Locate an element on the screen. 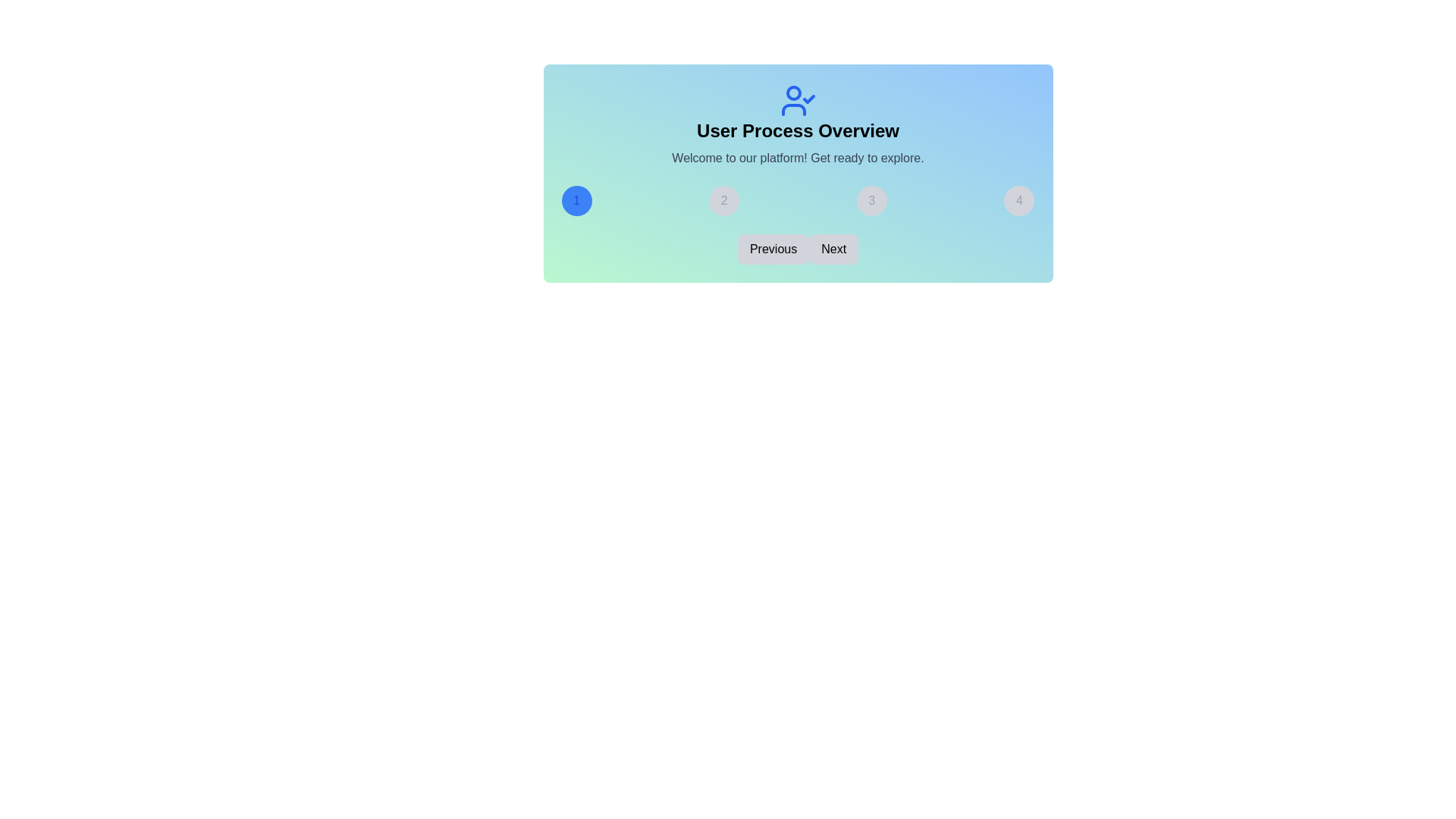 The image size is (1456, 819). the 'Previous' button to navigate to the previous step is located at coordinates (773, 248).